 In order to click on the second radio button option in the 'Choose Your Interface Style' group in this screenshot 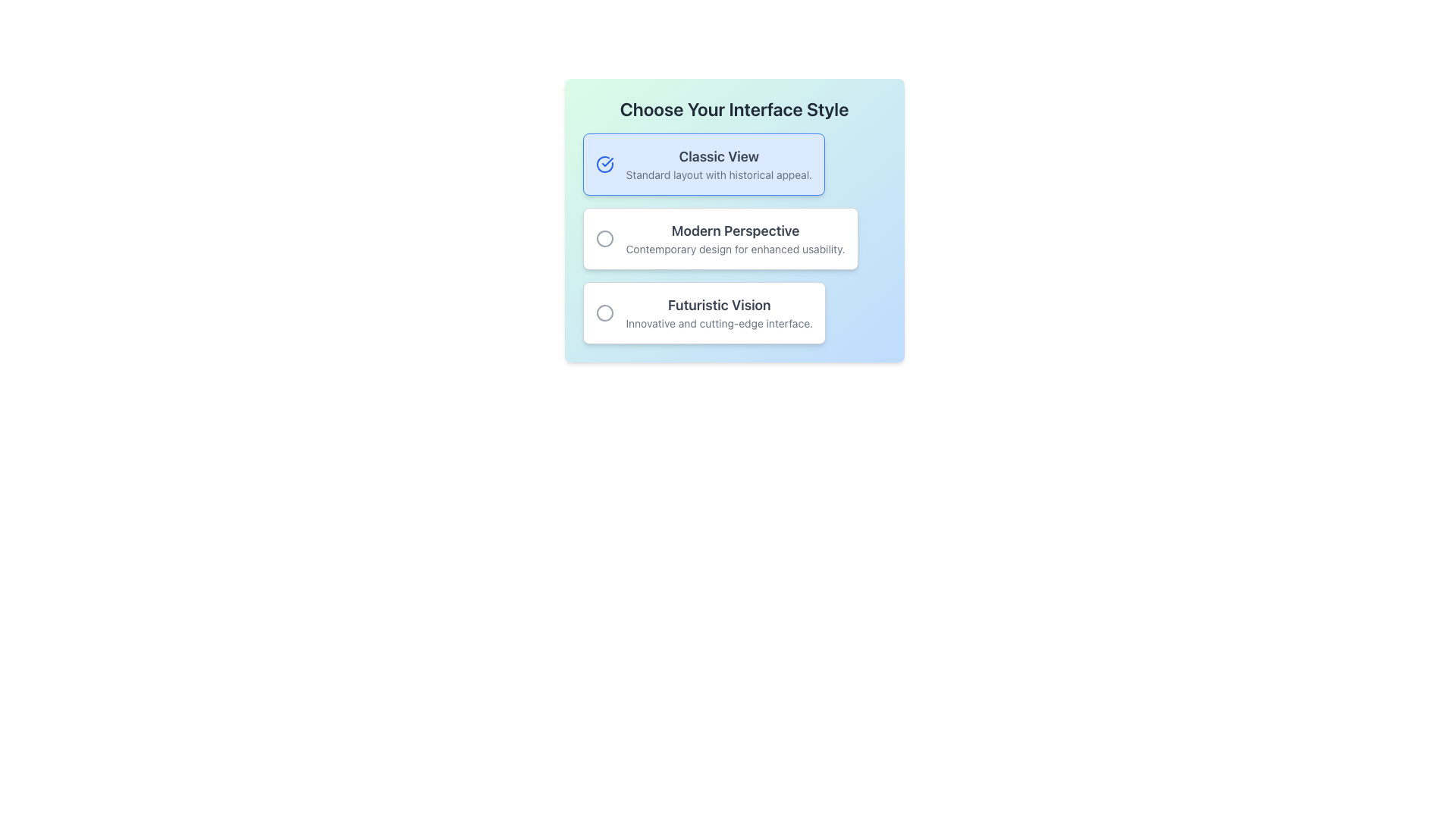, I will do `click(734, 239)`.